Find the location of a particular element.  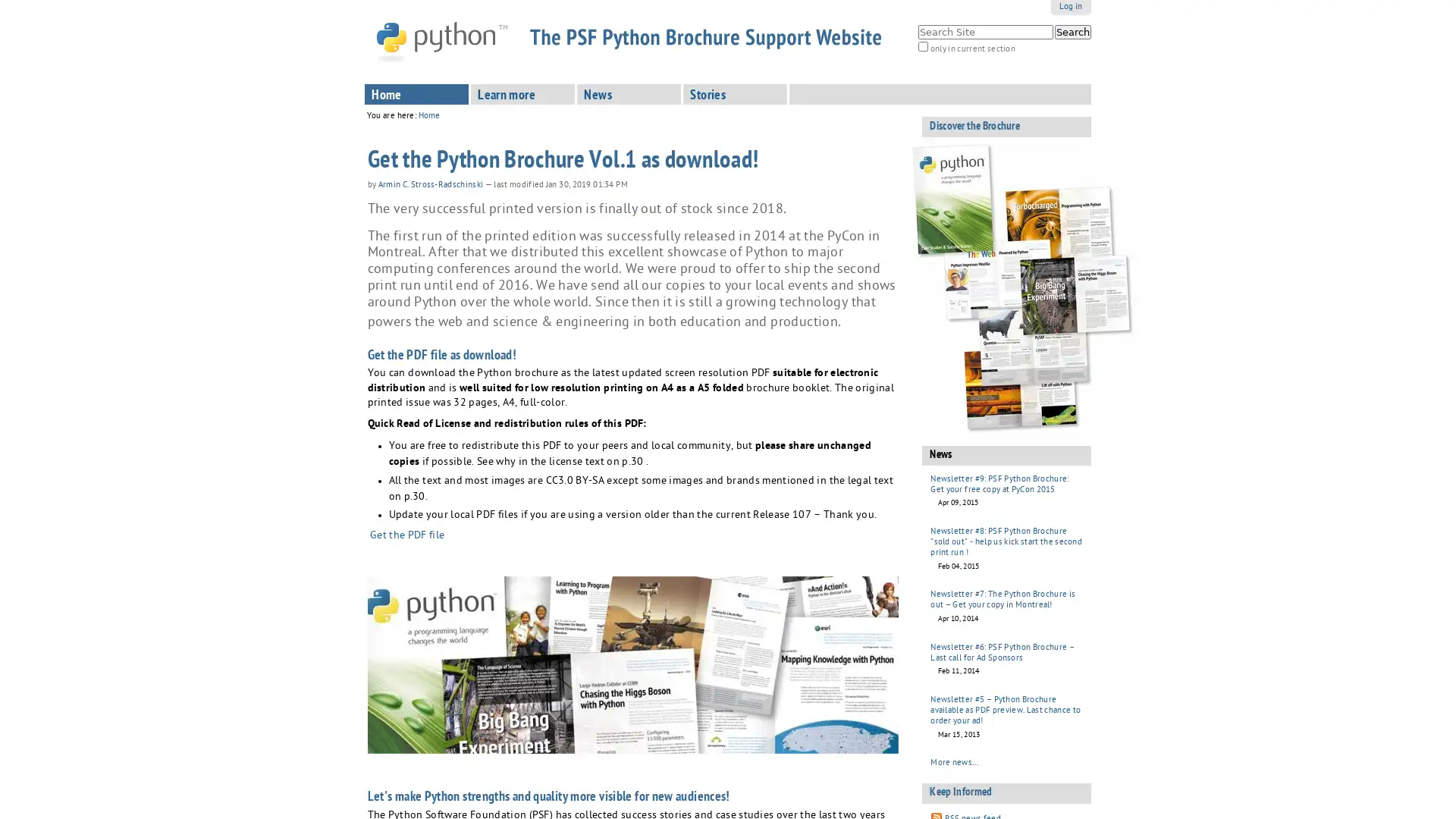

Search is located at coordinates (1072, 32).